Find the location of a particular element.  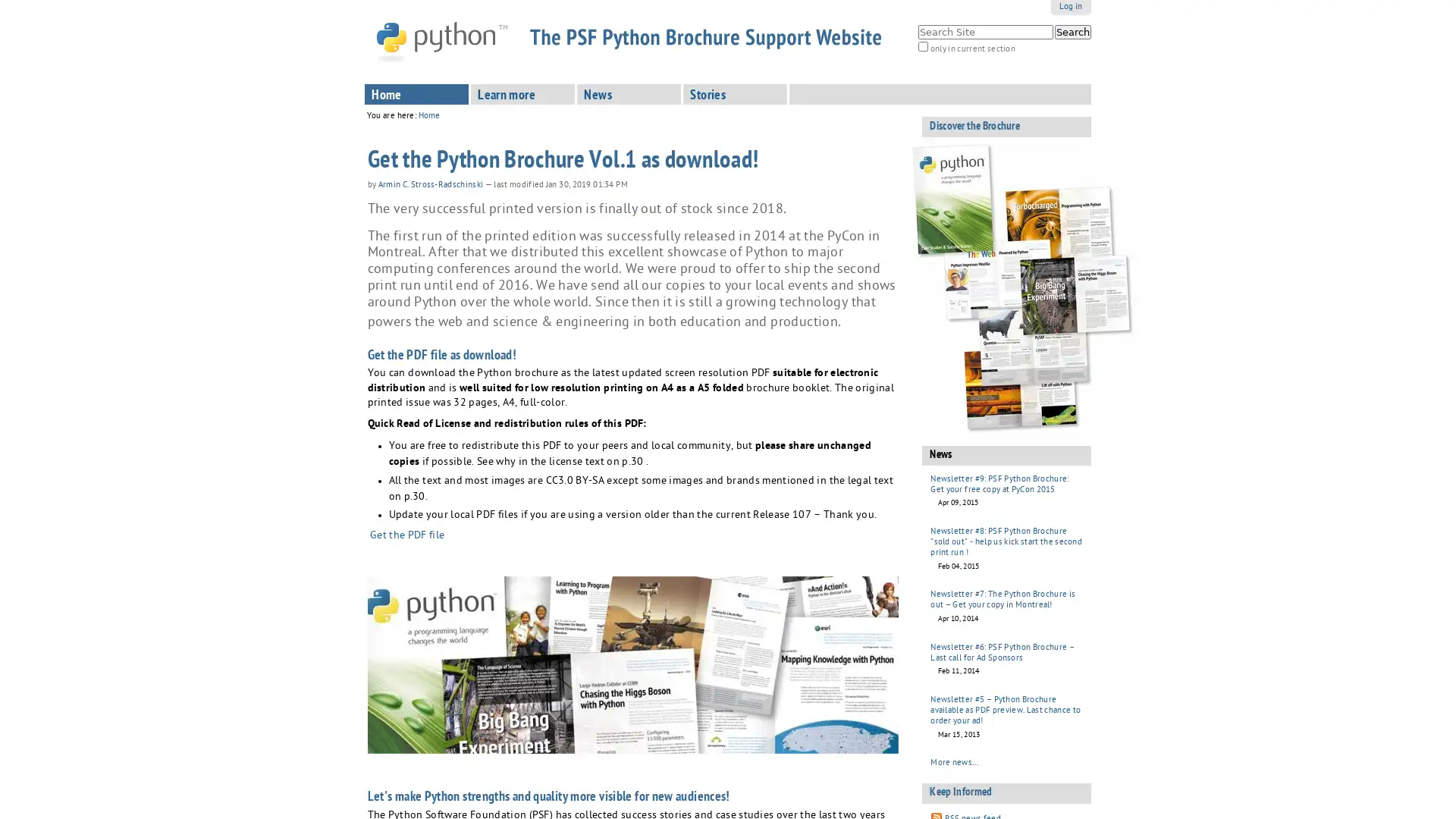

Search is located at coordinates (1072, 32).